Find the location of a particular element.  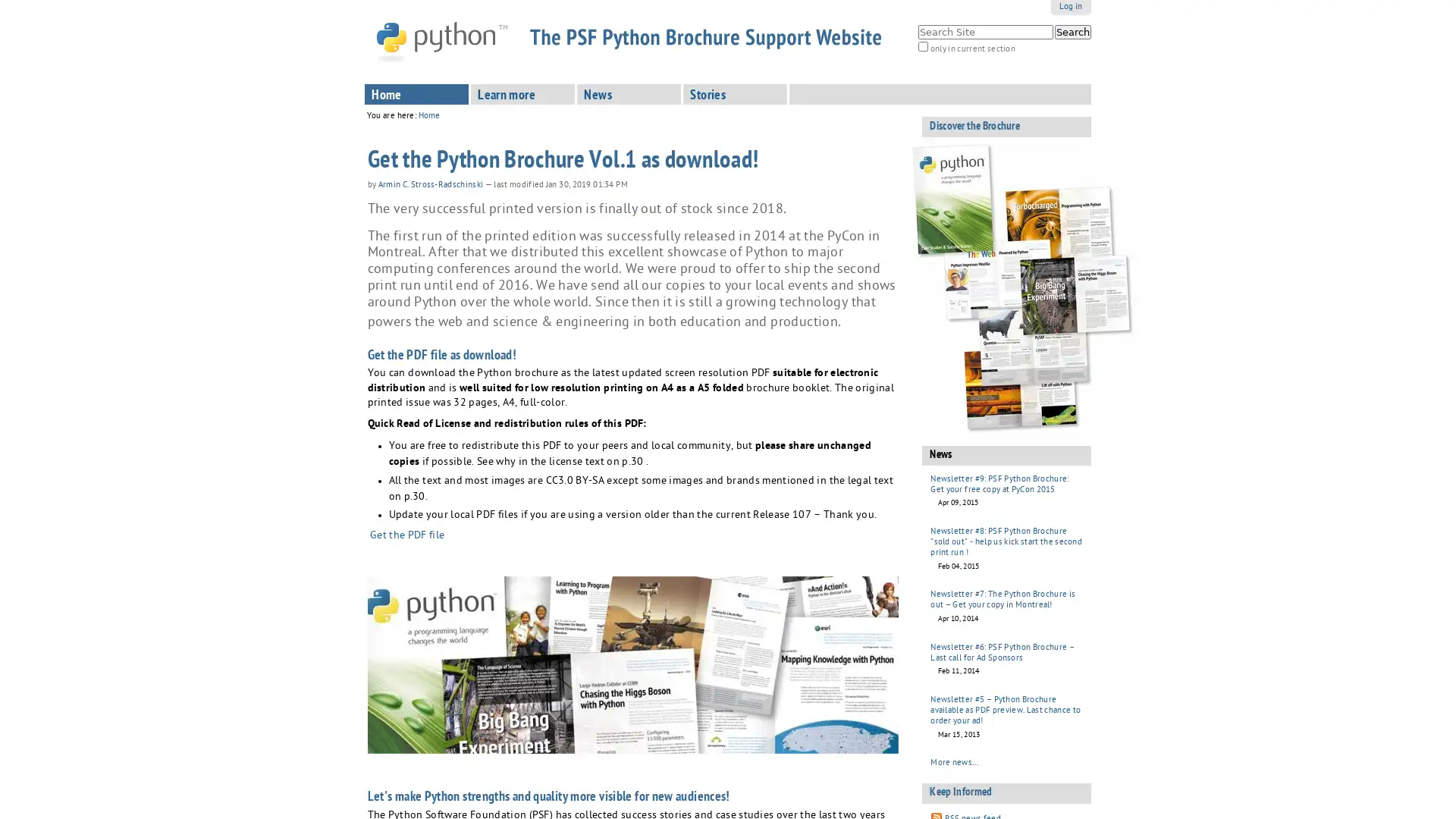

Search is located at coordinates (1072, 32).